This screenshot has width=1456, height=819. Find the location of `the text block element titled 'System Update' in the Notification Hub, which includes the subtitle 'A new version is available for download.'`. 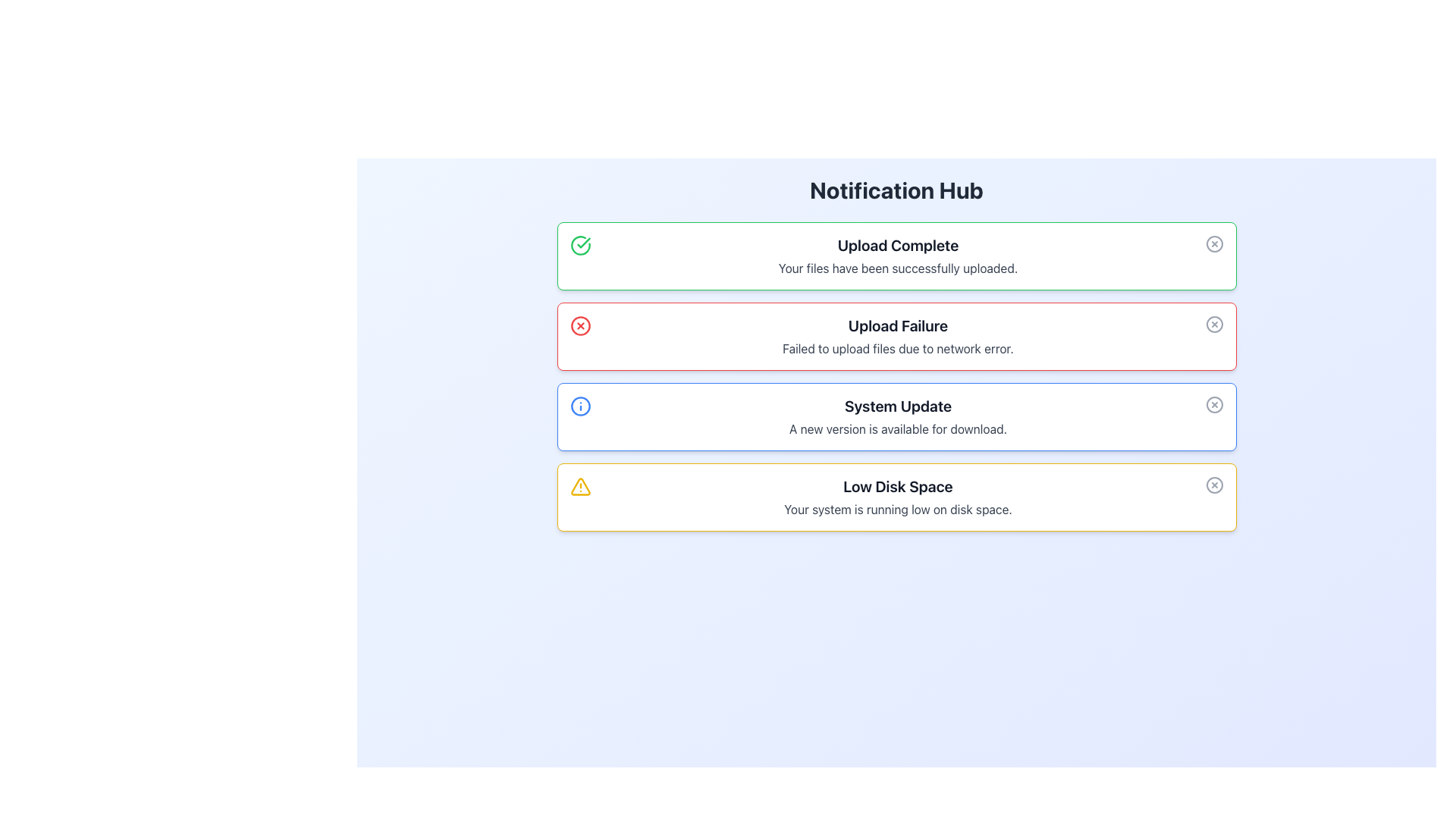

the text block element titled 'System Update' in the Notification Hub, which includes the subtitle 'A new version is available for download.' is located at coordinates (898, 417).